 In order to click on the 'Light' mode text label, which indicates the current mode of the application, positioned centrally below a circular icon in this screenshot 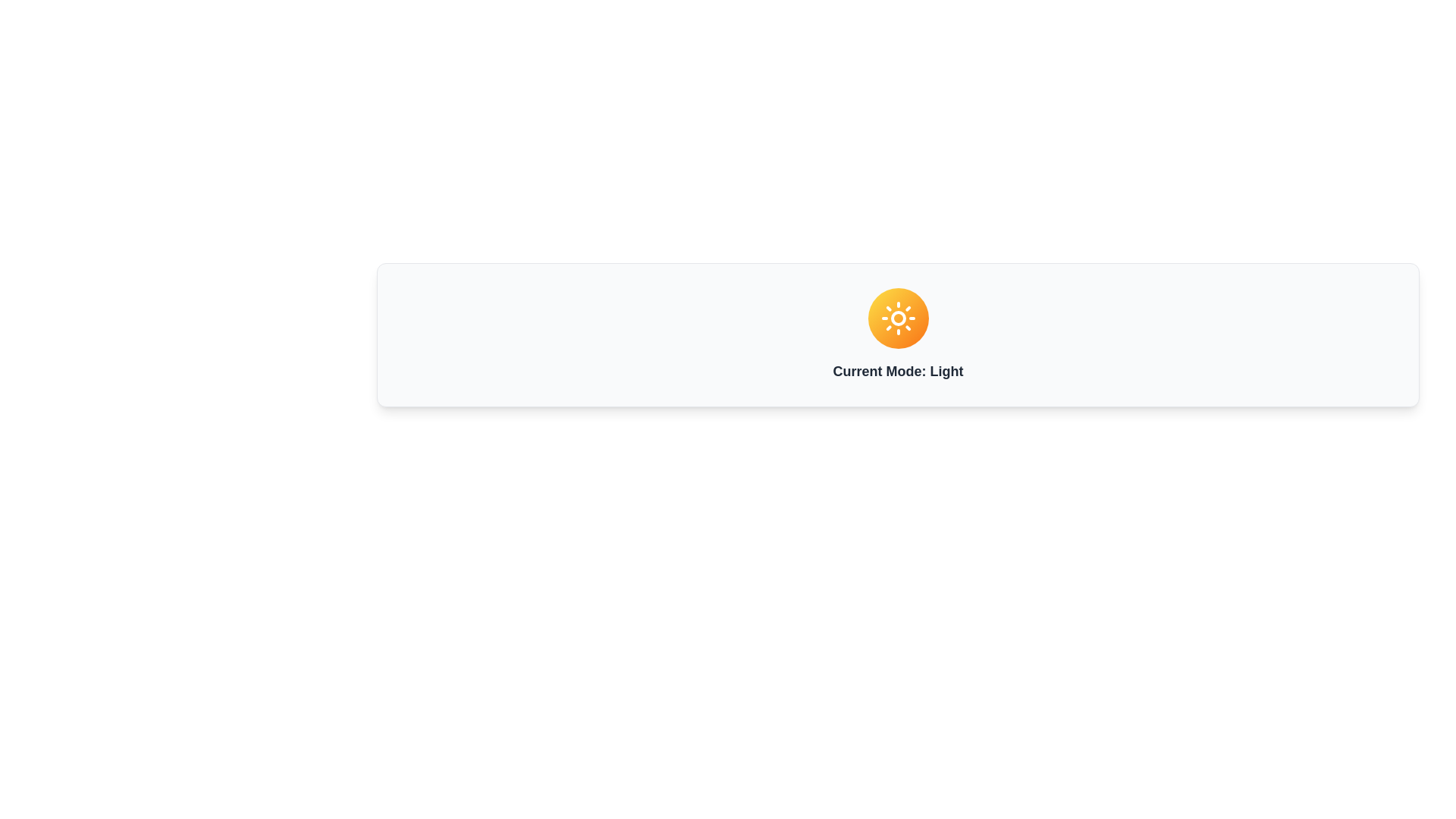, I will do `click(898, 371)`.